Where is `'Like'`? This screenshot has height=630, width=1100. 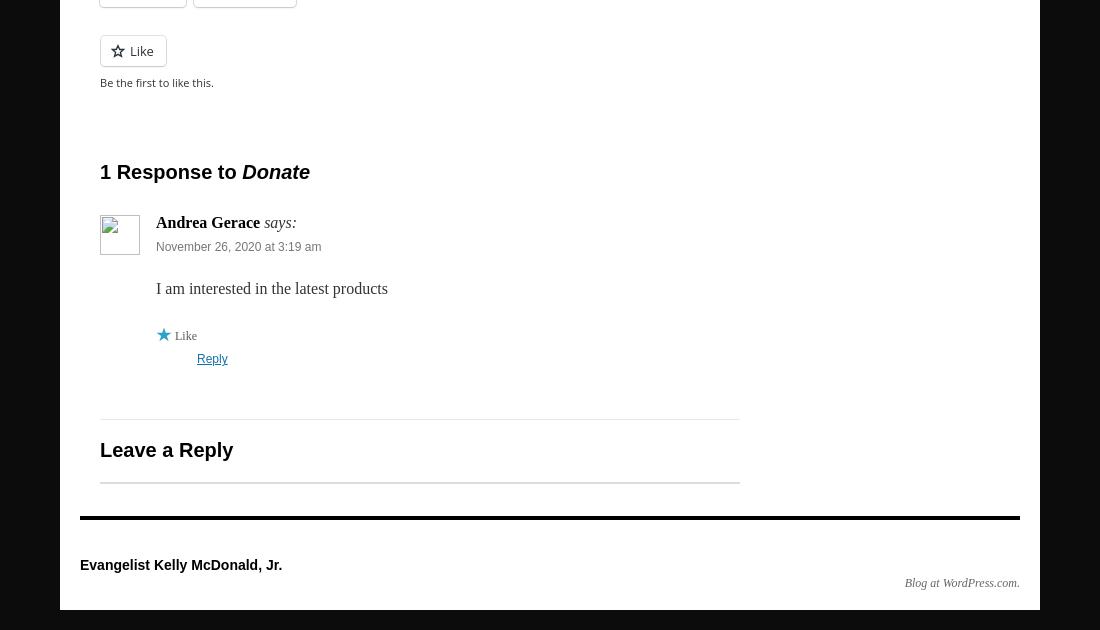
'Like' is located at coordinates (185, 334).